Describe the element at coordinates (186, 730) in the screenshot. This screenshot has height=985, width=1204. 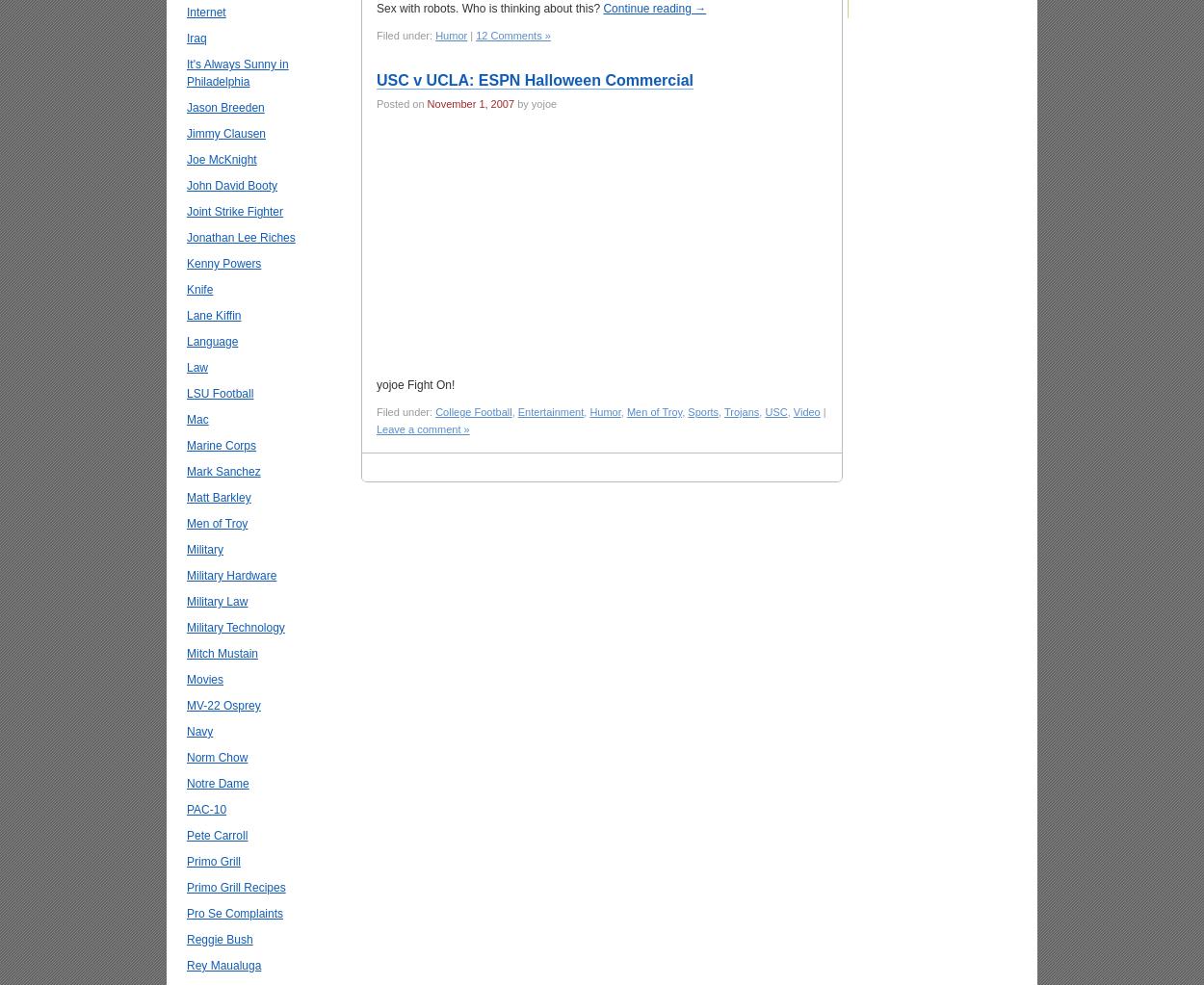
I see `'Navy'` at that location.